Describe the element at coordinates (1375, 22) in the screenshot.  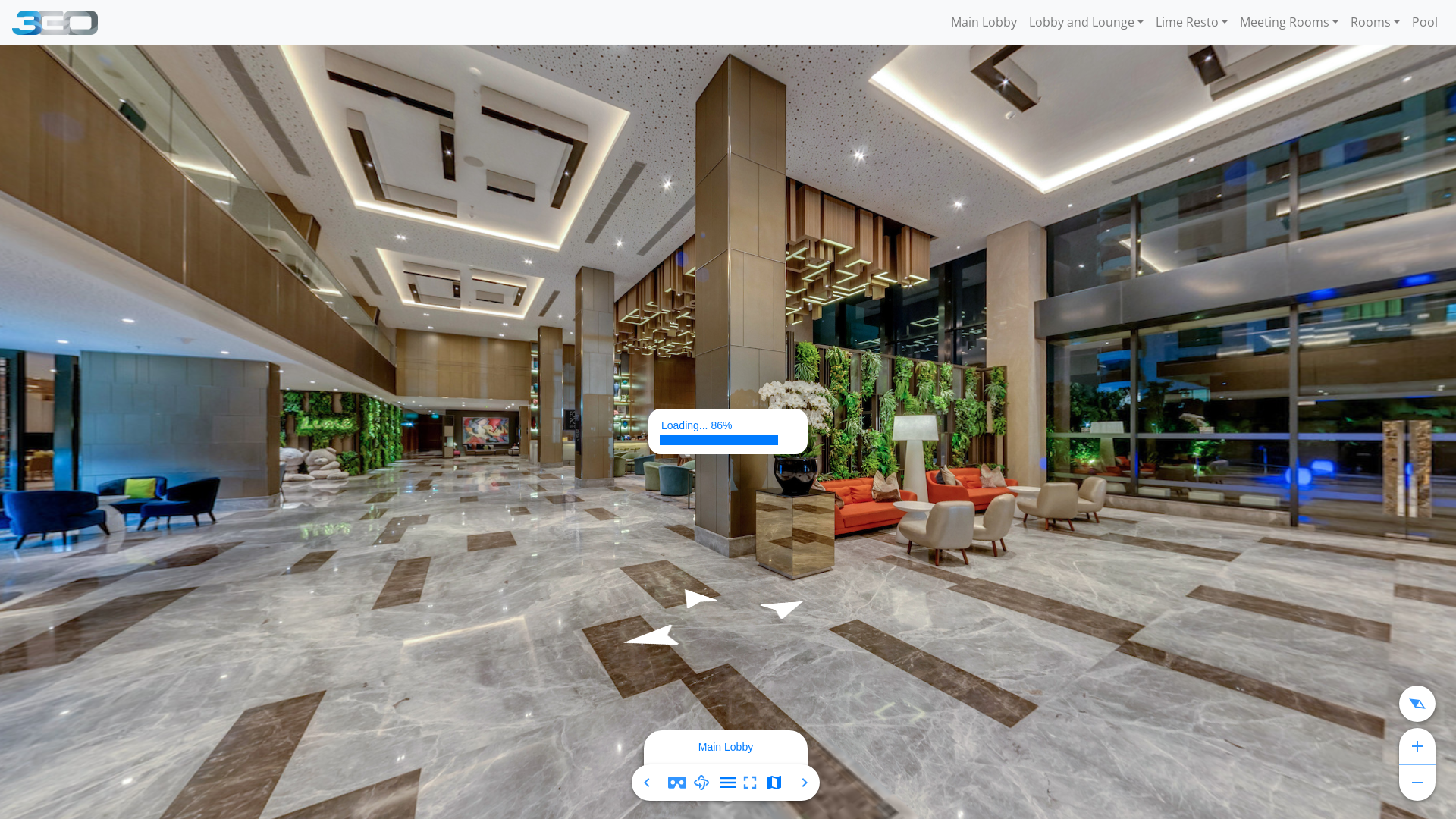
I see `'Rooms'` at that location.